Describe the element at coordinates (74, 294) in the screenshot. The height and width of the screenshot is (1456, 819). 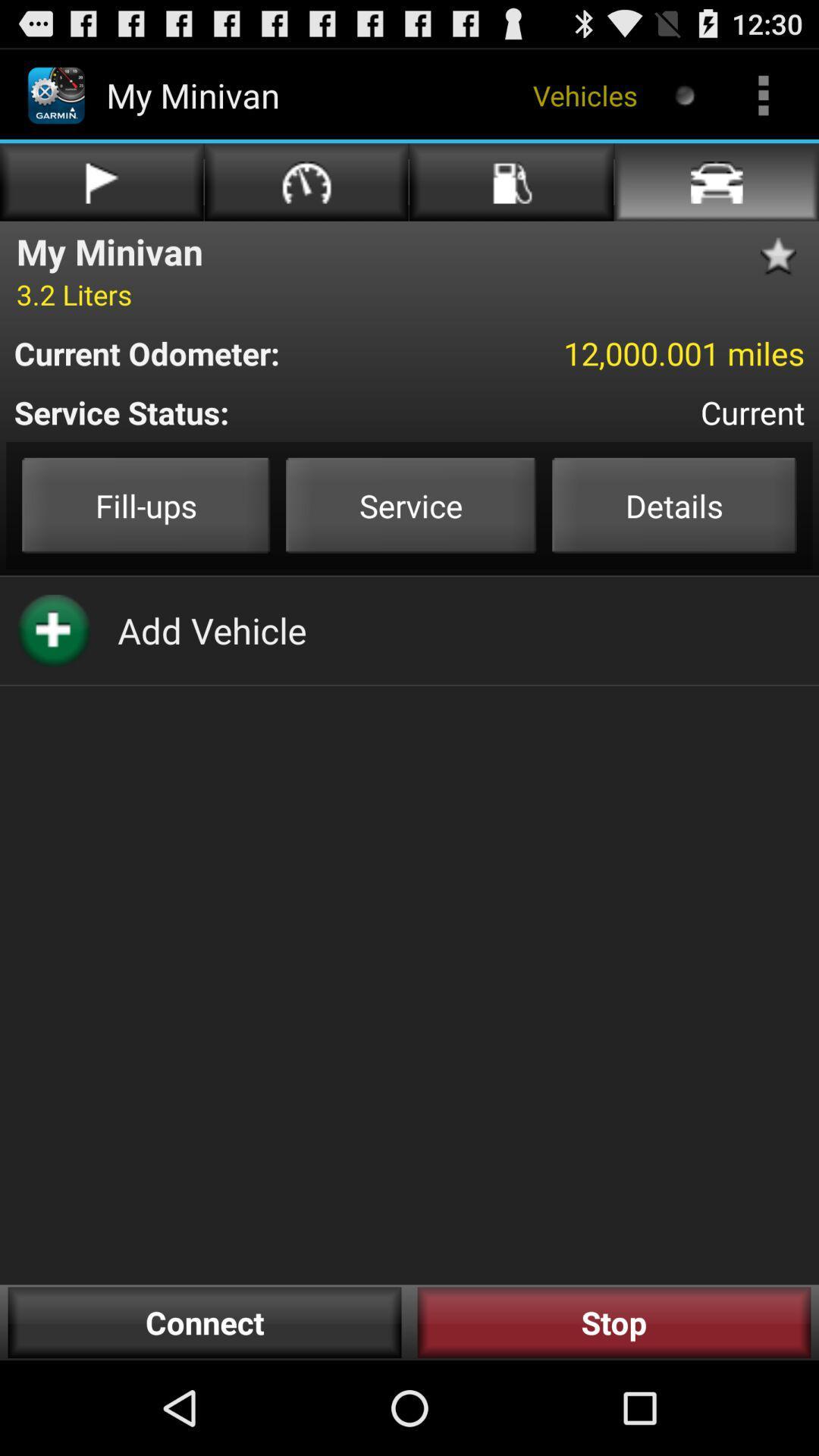
I see `item below my minivan item` at that location.